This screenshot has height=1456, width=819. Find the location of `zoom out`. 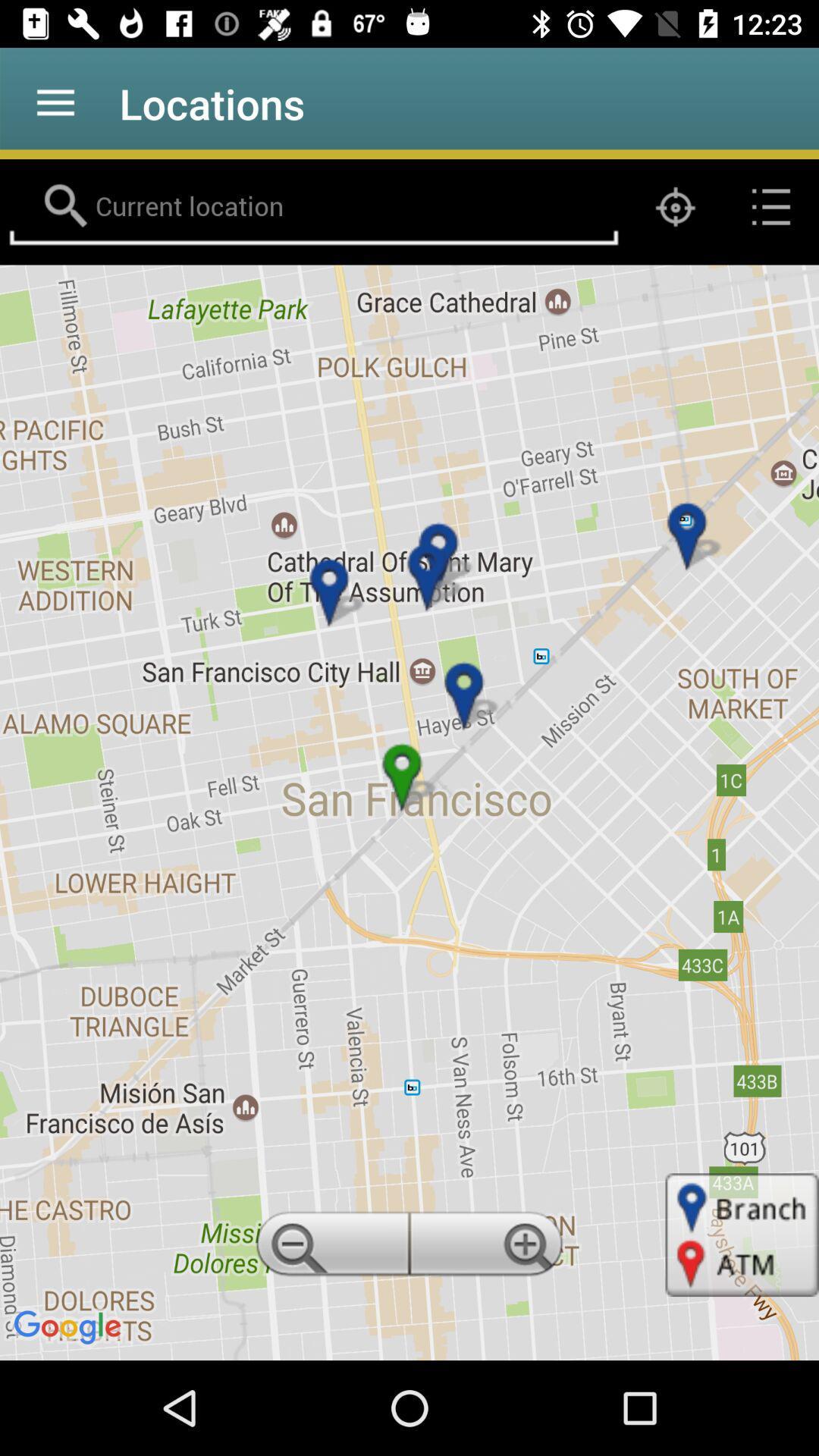

zoom out is located at coordinates (329, 1248).